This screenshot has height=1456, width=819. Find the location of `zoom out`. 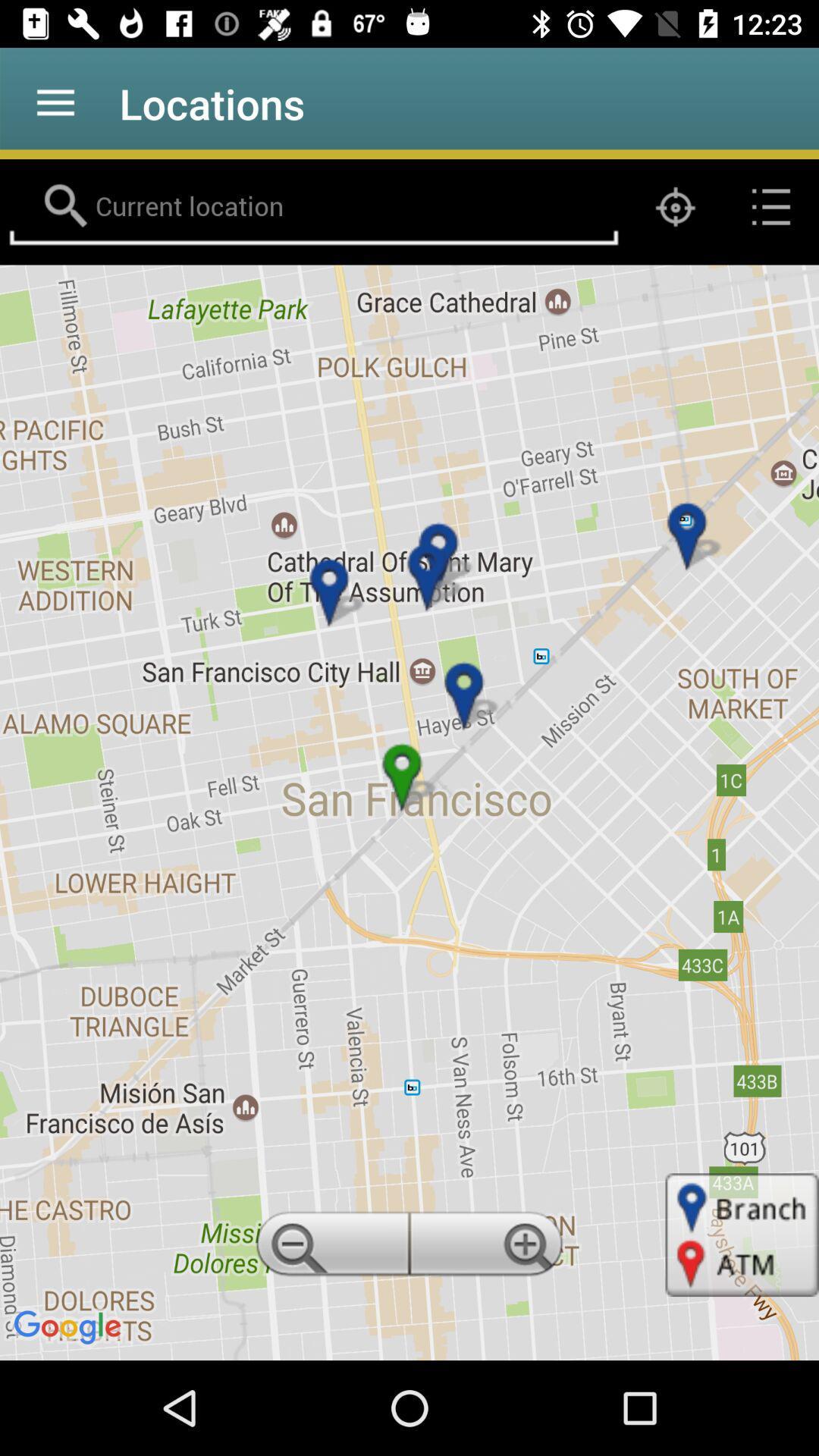

zoom out is located at coordinates (329, 1248).